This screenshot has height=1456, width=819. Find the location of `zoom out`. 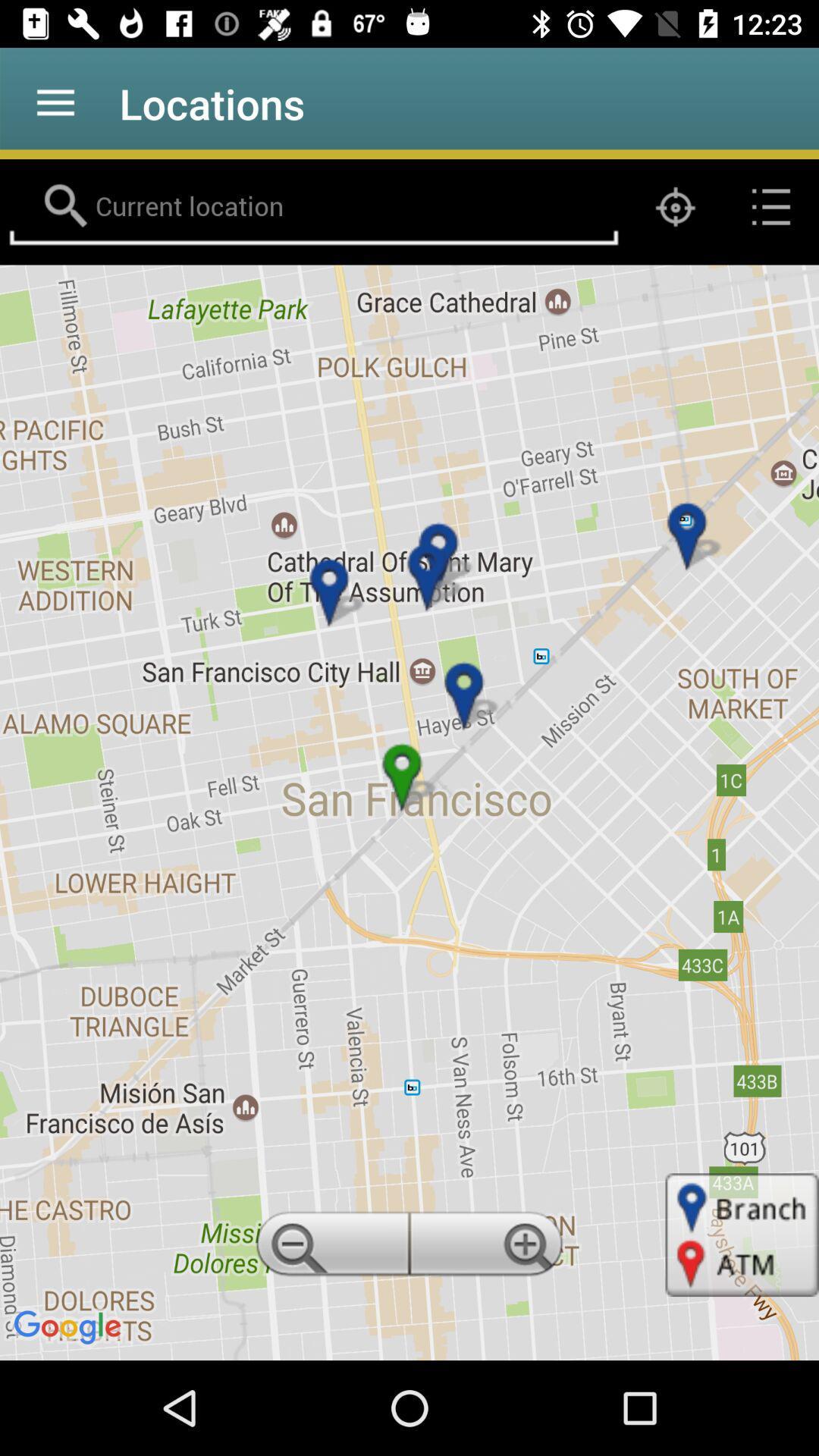

zoom out is located at coordinates (329, 1248).